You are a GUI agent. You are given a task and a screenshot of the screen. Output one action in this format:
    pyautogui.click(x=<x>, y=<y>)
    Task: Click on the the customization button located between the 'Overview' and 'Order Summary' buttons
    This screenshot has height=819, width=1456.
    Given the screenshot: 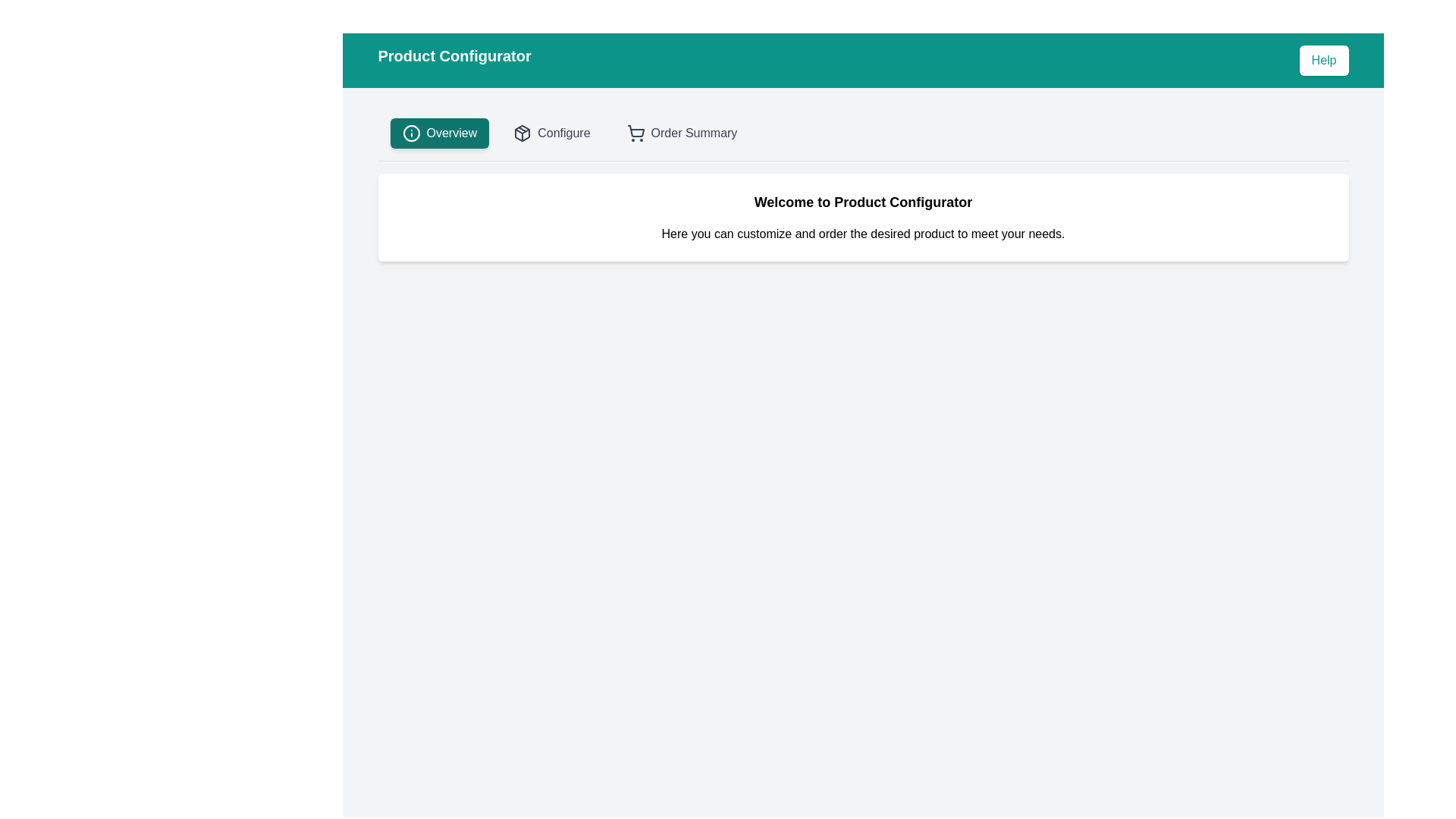 What is the action you would take?
    pyautogui.click(x=551, y=133)
    